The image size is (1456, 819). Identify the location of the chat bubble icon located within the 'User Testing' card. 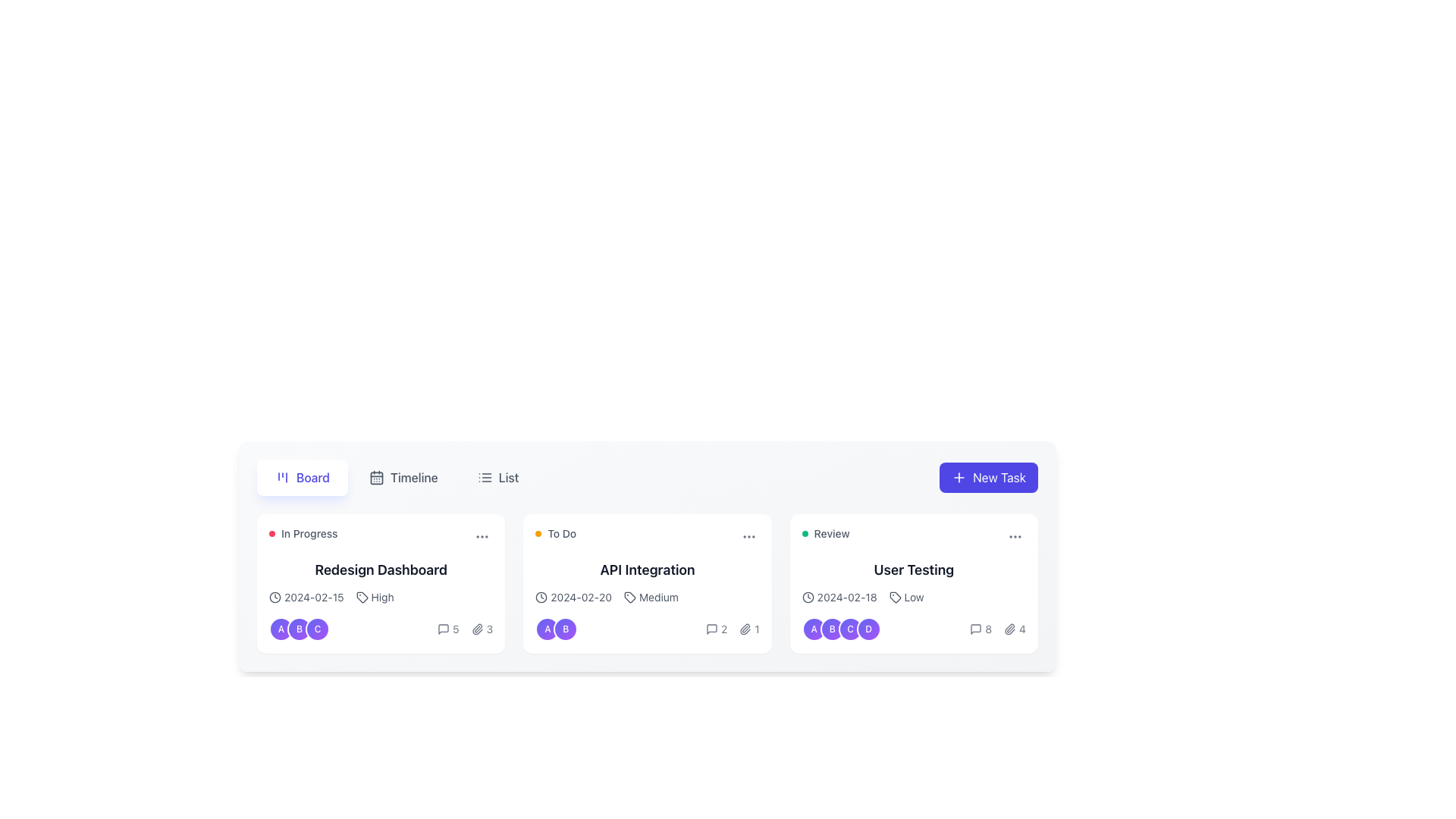
(976, 629).